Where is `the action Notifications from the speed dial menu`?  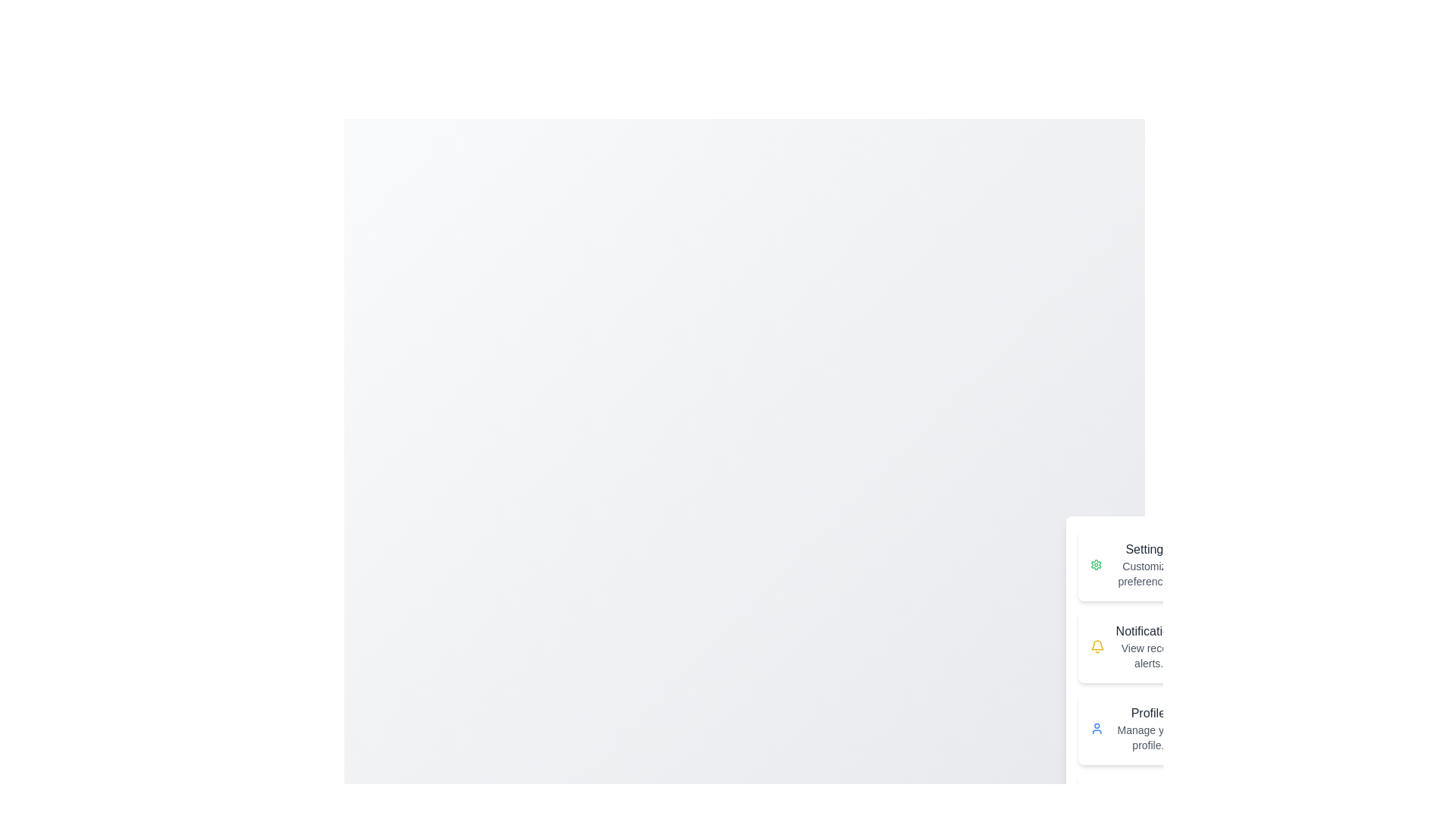
the action Notifications from the speed dial menu is located at coordinates (1136, 646).